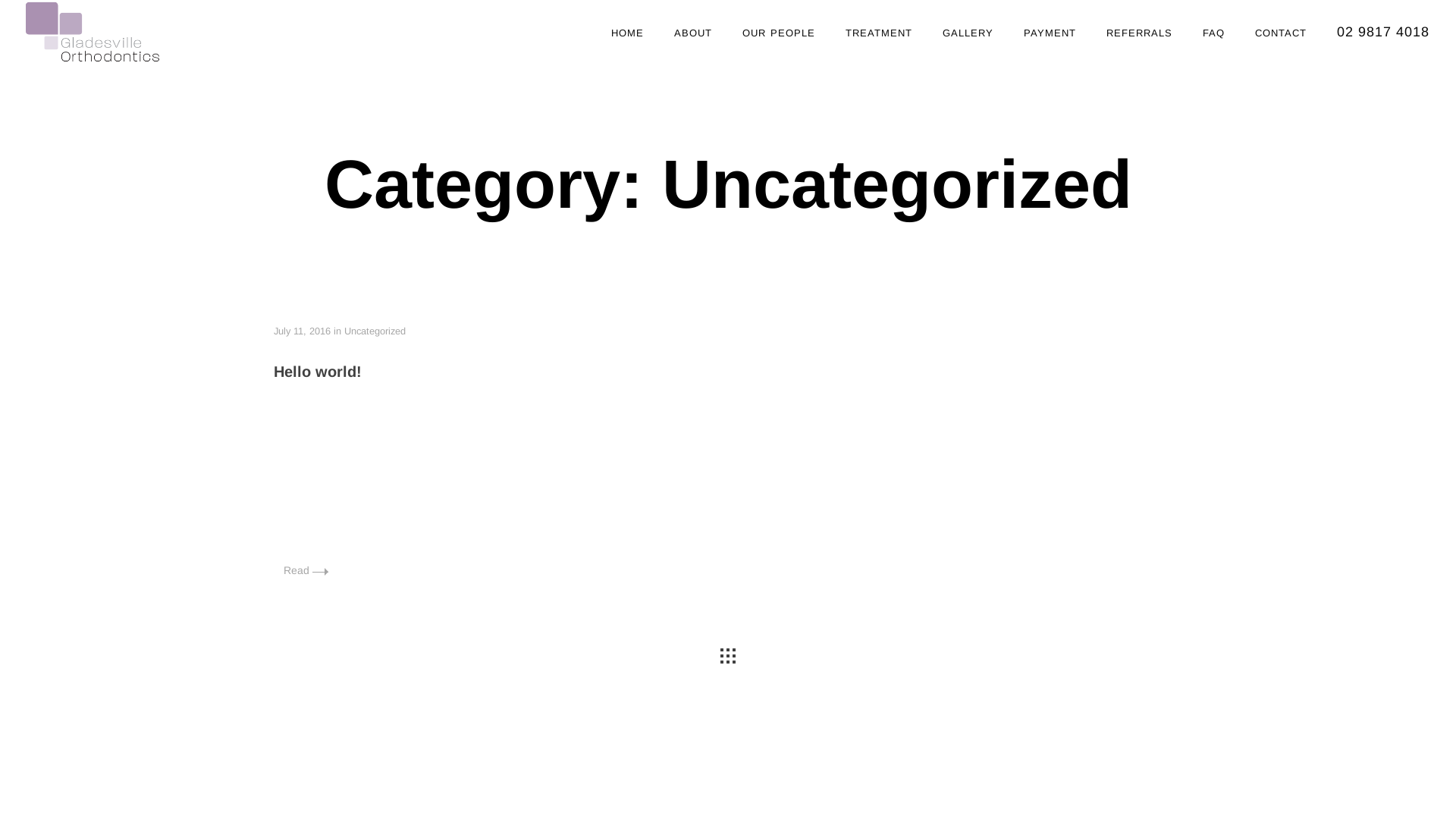  I want to click on 'contact', so click(1280, 32).